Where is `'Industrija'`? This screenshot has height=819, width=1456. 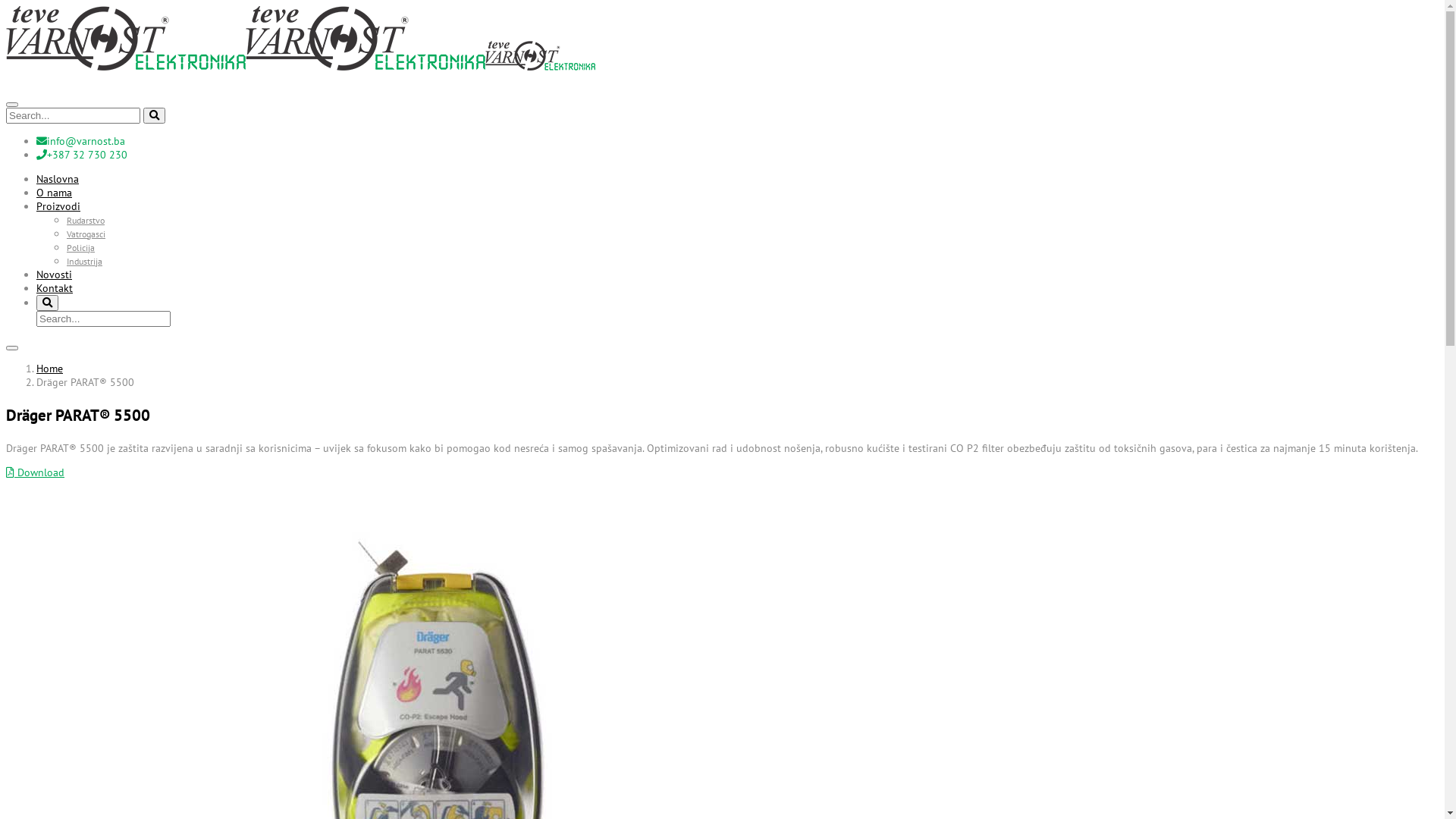 'Industrija' is located at coordinates (83, 259).